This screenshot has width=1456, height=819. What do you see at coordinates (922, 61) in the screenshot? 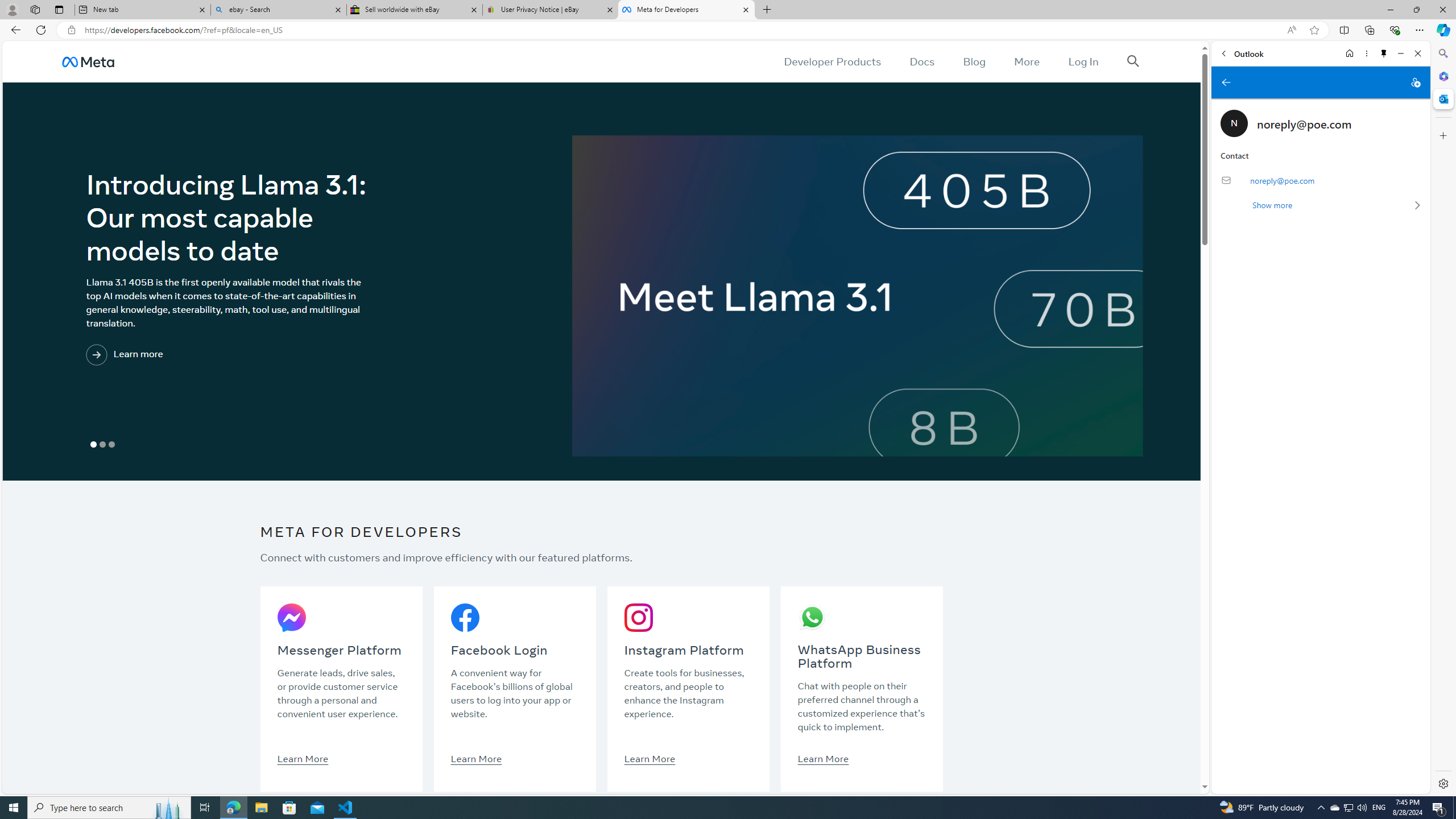
I see `'Docs'` at bounding box center [922, 61].